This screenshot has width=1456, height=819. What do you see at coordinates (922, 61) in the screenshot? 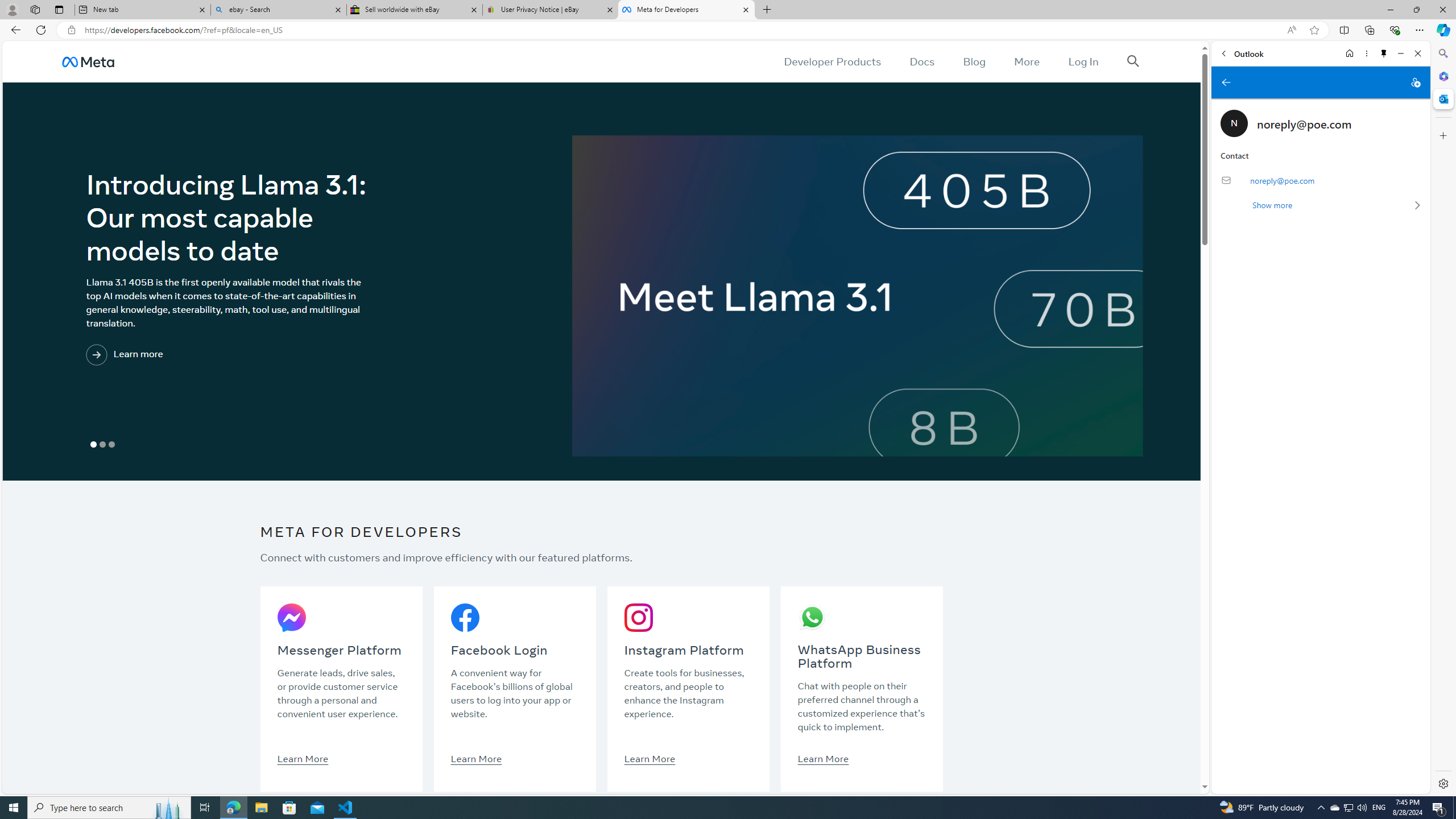
I see `'Docs'` at bounding box center [922, 61].